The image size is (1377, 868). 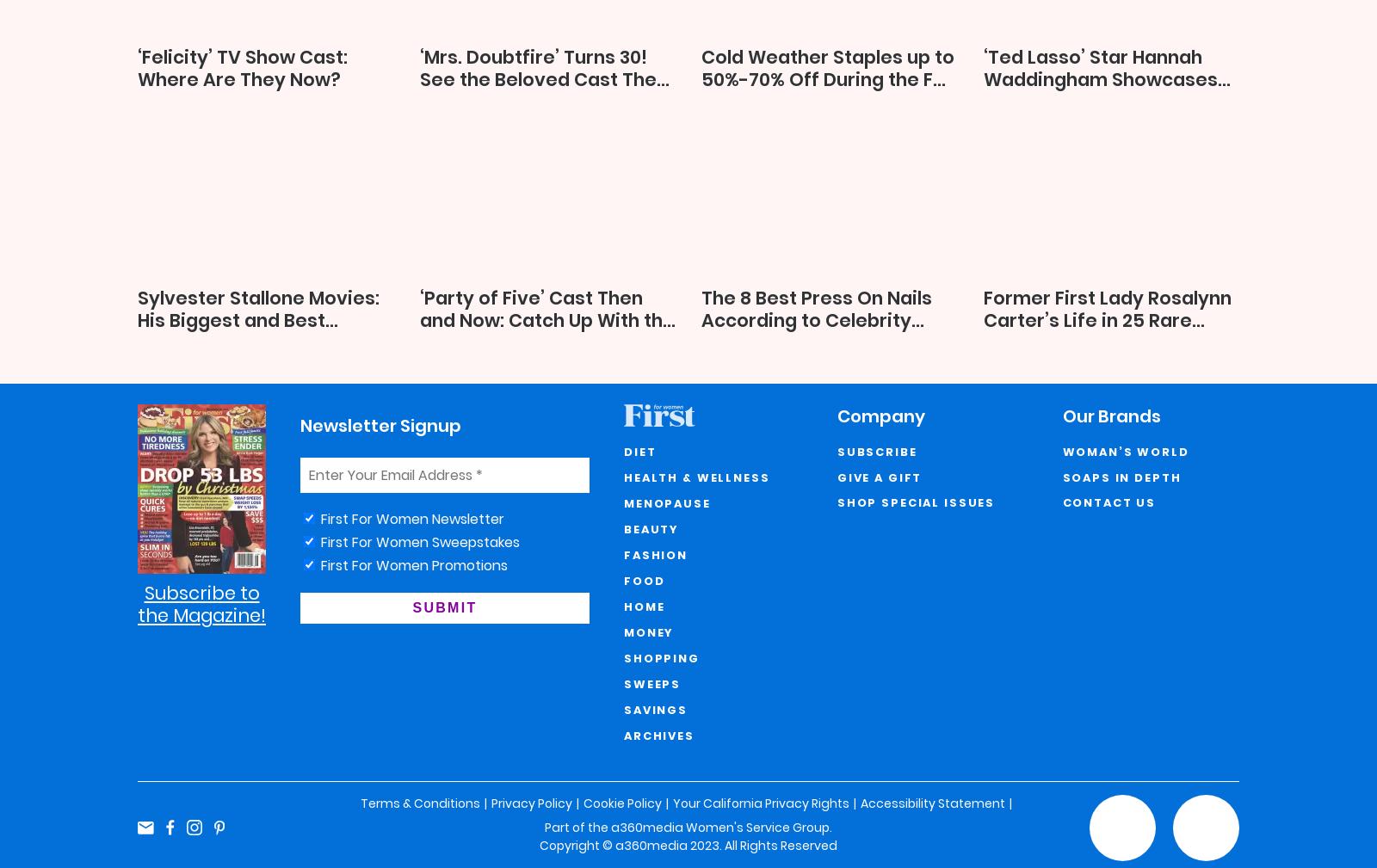 I want to click on 'Soaps in Depth', so click(x=1121, y=477).